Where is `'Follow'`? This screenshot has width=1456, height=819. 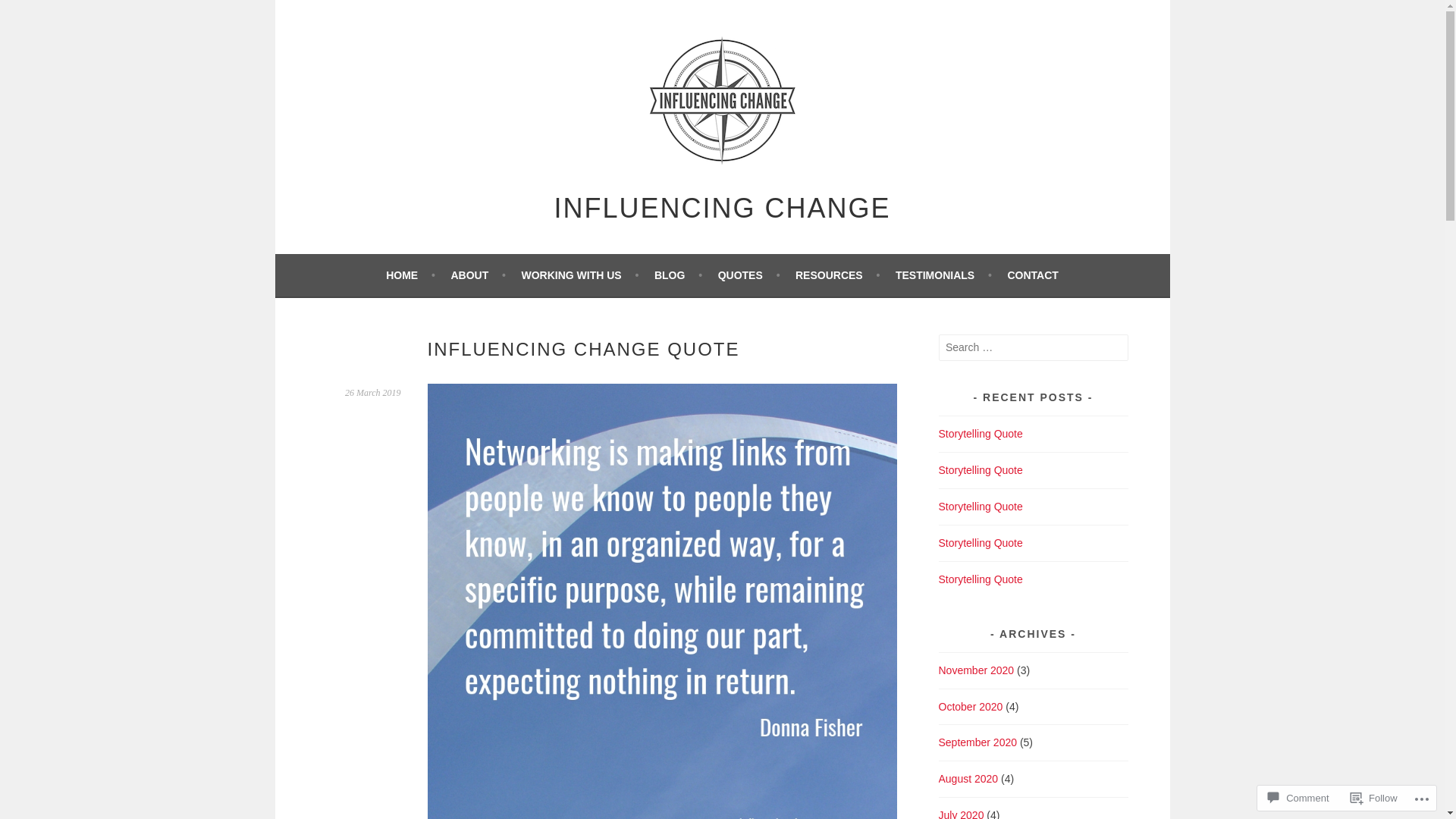 'Follow' is located at coordinates (1374, 797).